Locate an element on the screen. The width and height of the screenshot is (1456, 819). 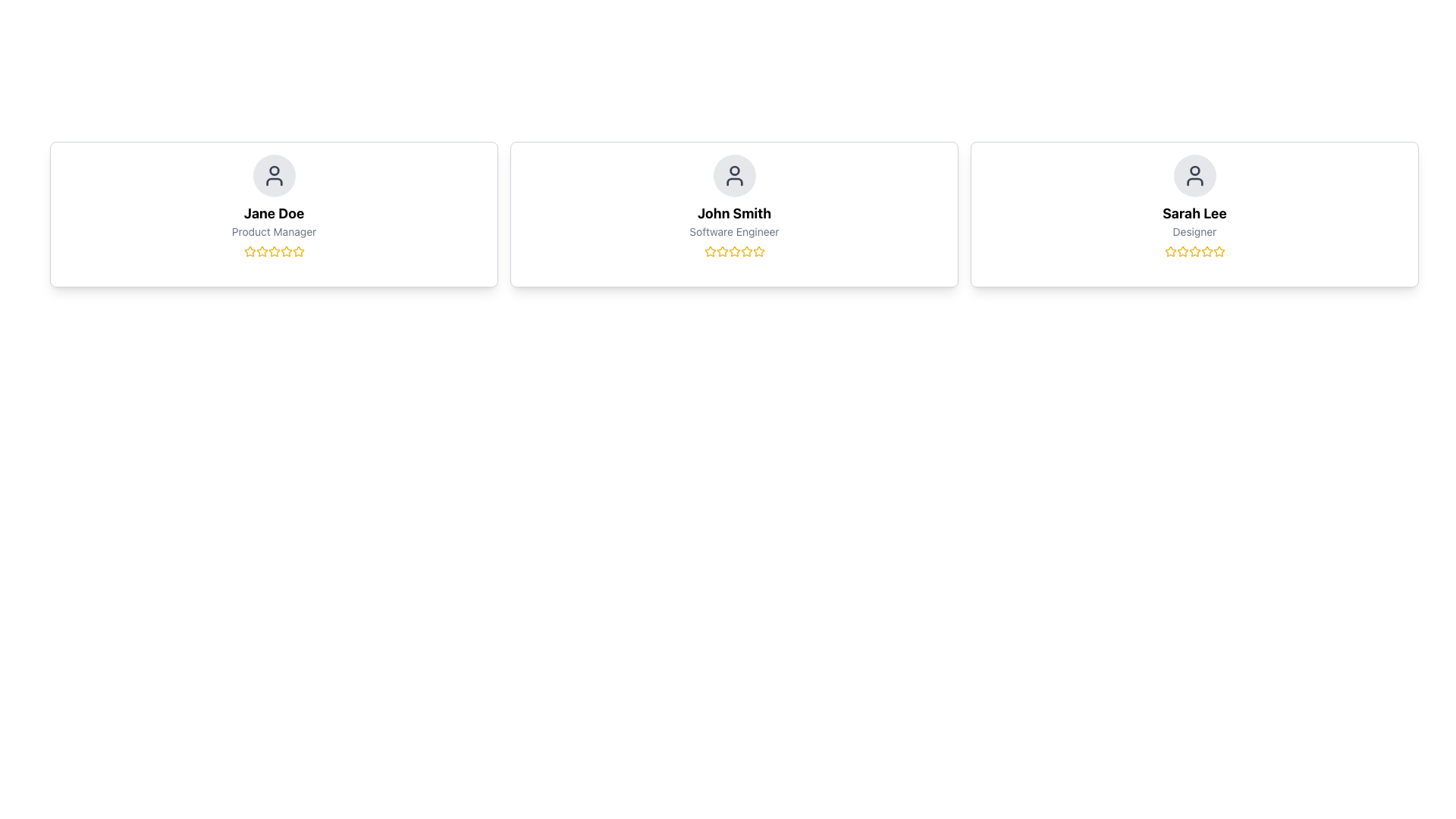
keyboard navigation is located at coordinates (298, 250).